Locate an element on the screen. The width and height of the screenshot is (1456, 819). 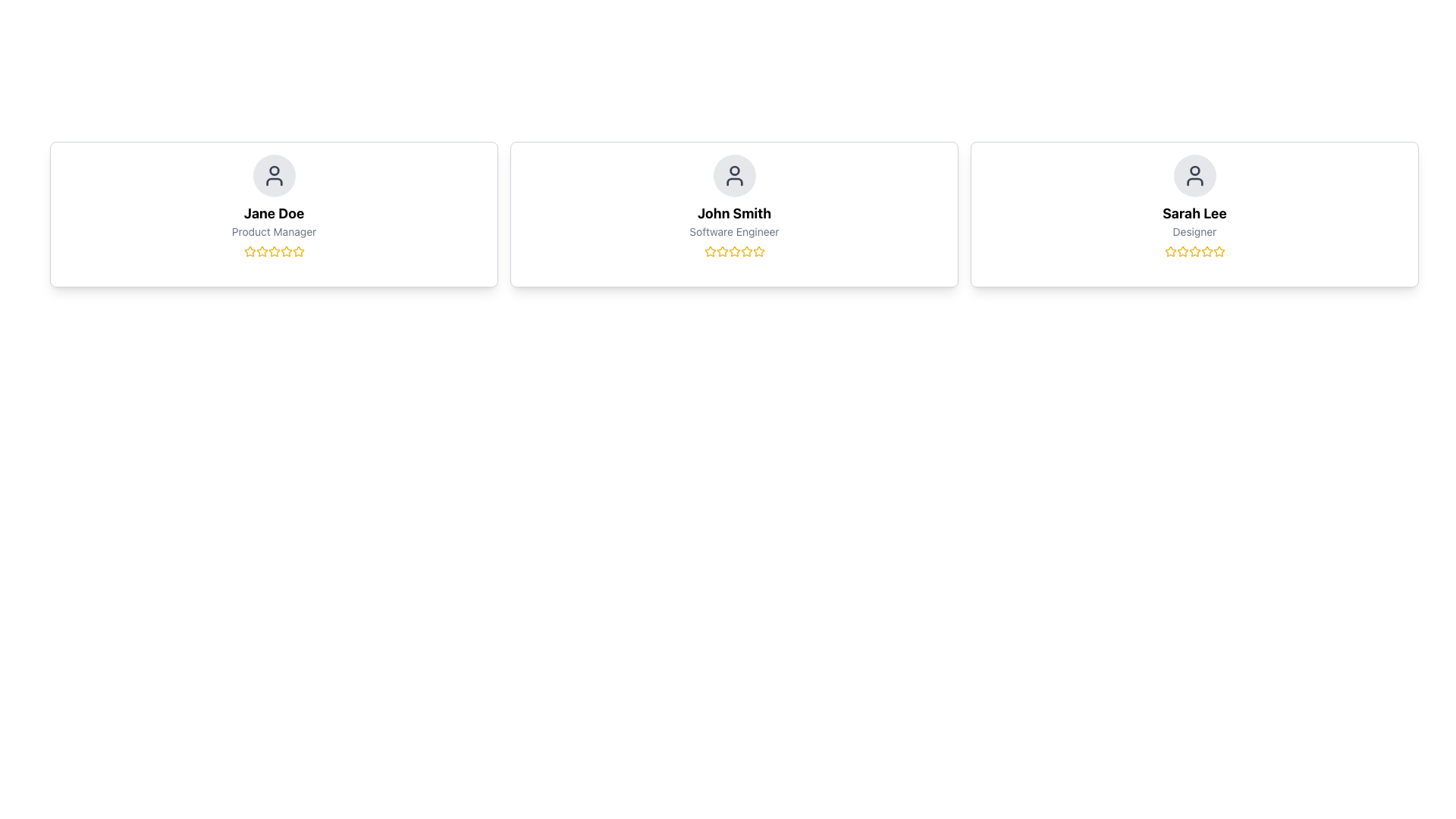
keyboard navigation is located at coordinates (298, 250).